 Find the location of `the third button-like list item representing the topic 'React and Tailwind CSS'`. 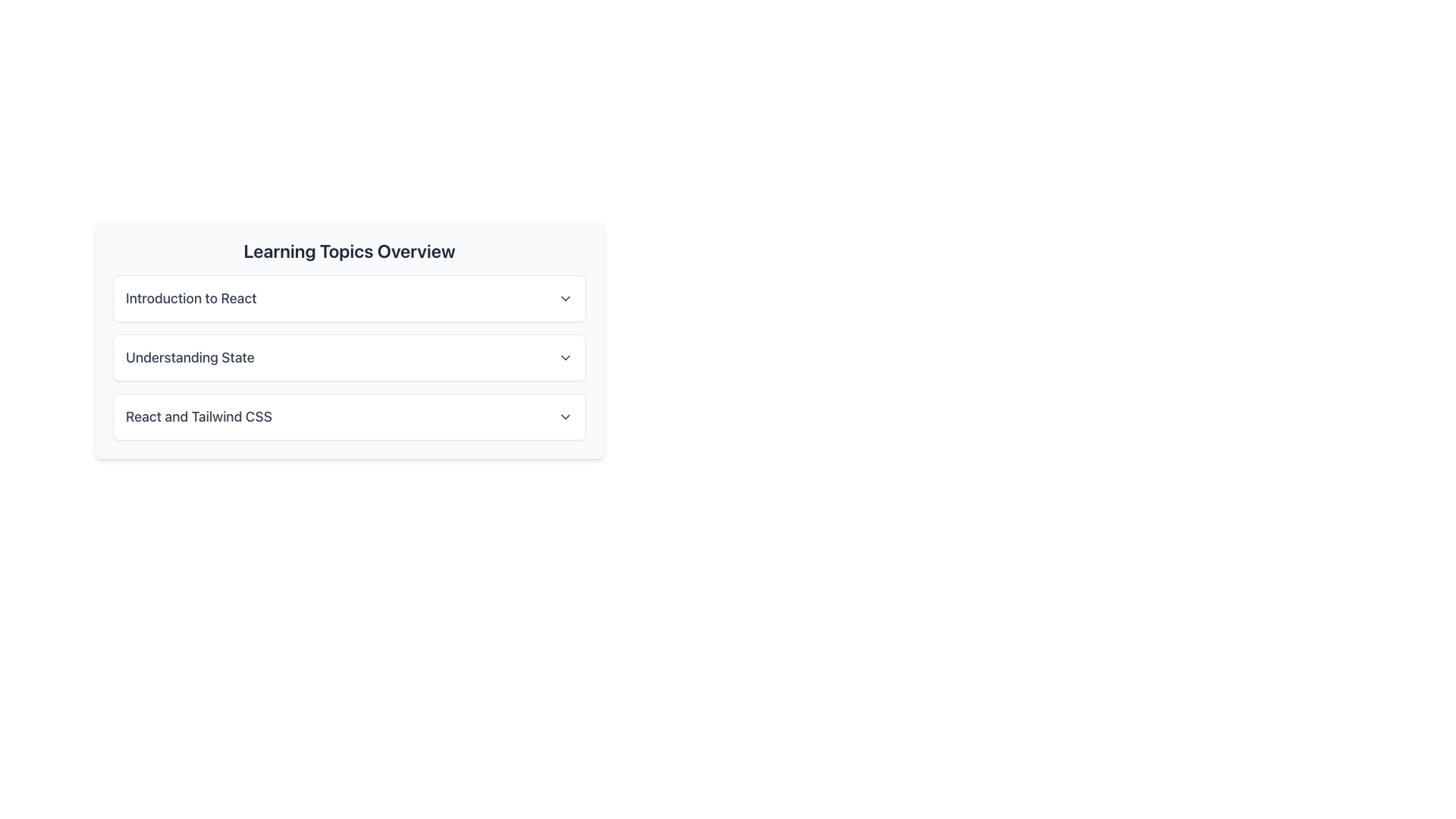

the third button-like list item representing the topic 'React and Tailwind CSS' is located at coordinates (348, 417).